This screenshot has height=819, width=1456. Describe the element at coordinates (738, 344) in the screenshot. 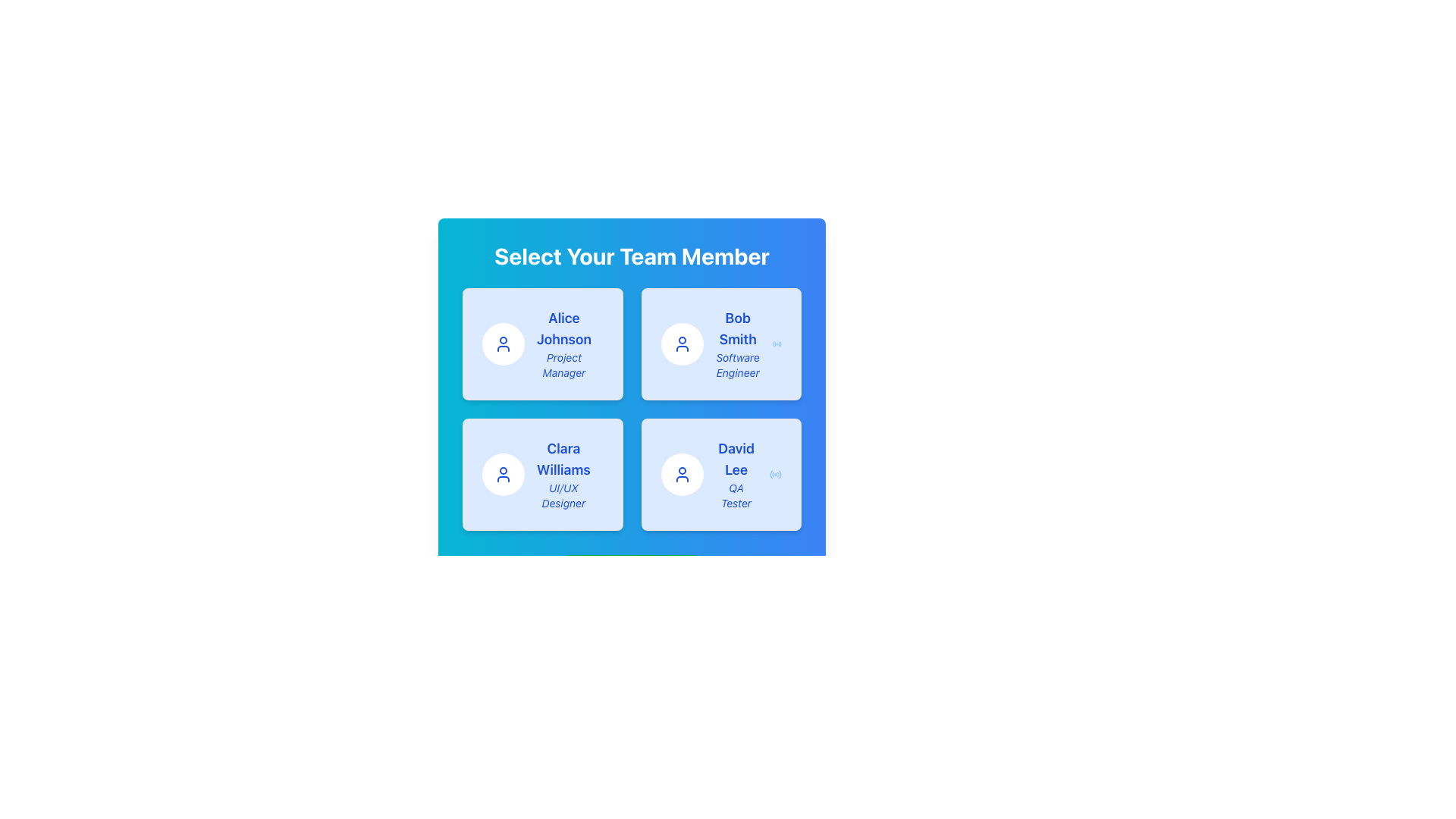

I see `information displayed in the upper-right card of the team selection interface, which identifies a team member by name and role` at that location.